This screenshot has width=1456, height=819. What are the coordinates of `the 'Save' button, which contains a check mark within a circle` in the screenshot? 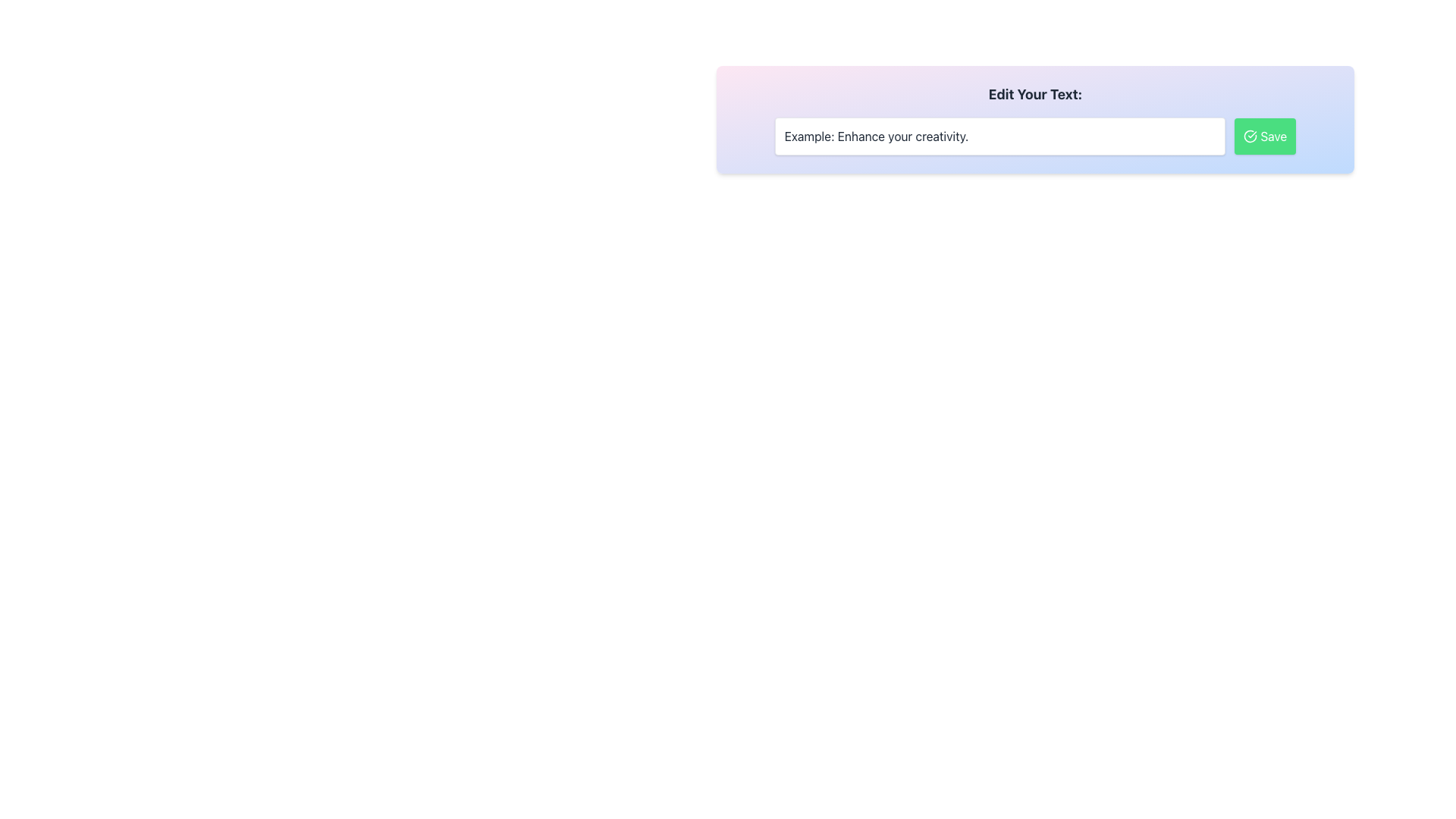 It's located at (1250, 136).